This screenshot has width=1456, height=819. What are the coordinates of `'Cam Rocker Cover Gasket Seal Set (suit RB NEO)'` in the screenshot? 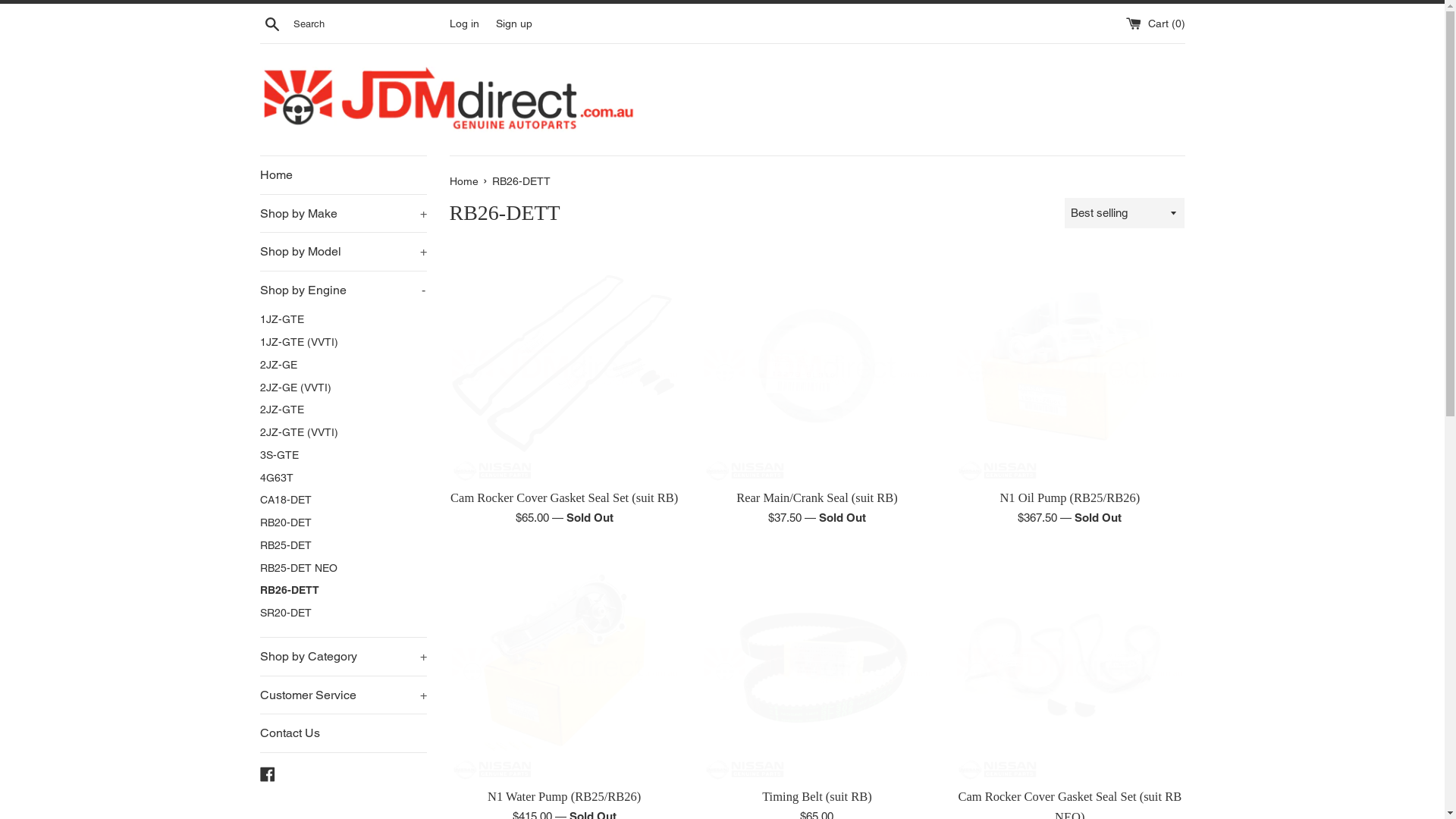 It's located at (953, 664).